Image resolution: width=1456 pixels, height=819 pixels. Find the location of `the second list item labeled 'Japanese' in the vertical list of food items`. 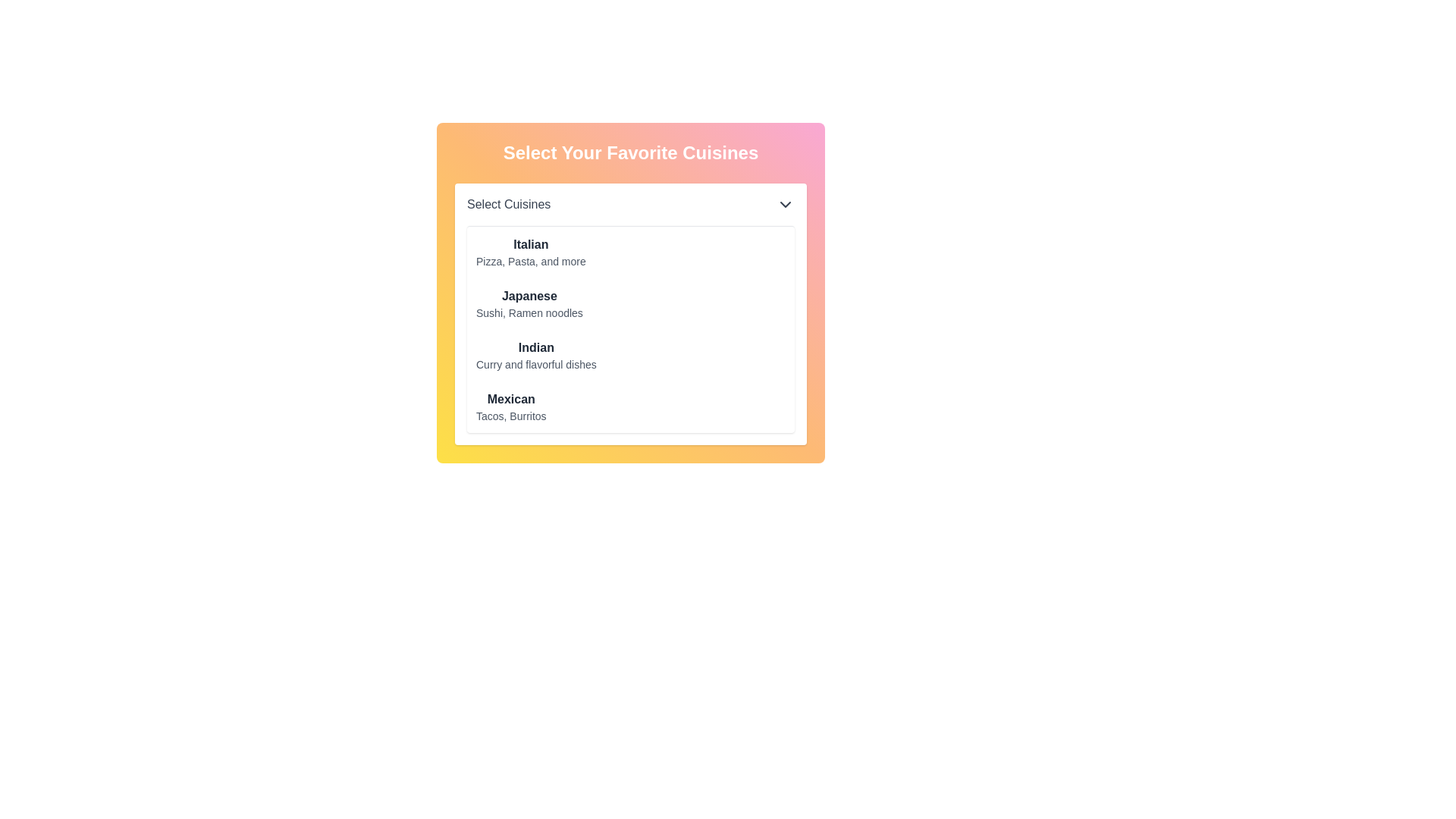

the second list item labeled 'Japanese' in the vertical list of food items is located at coordinates (529, 304).